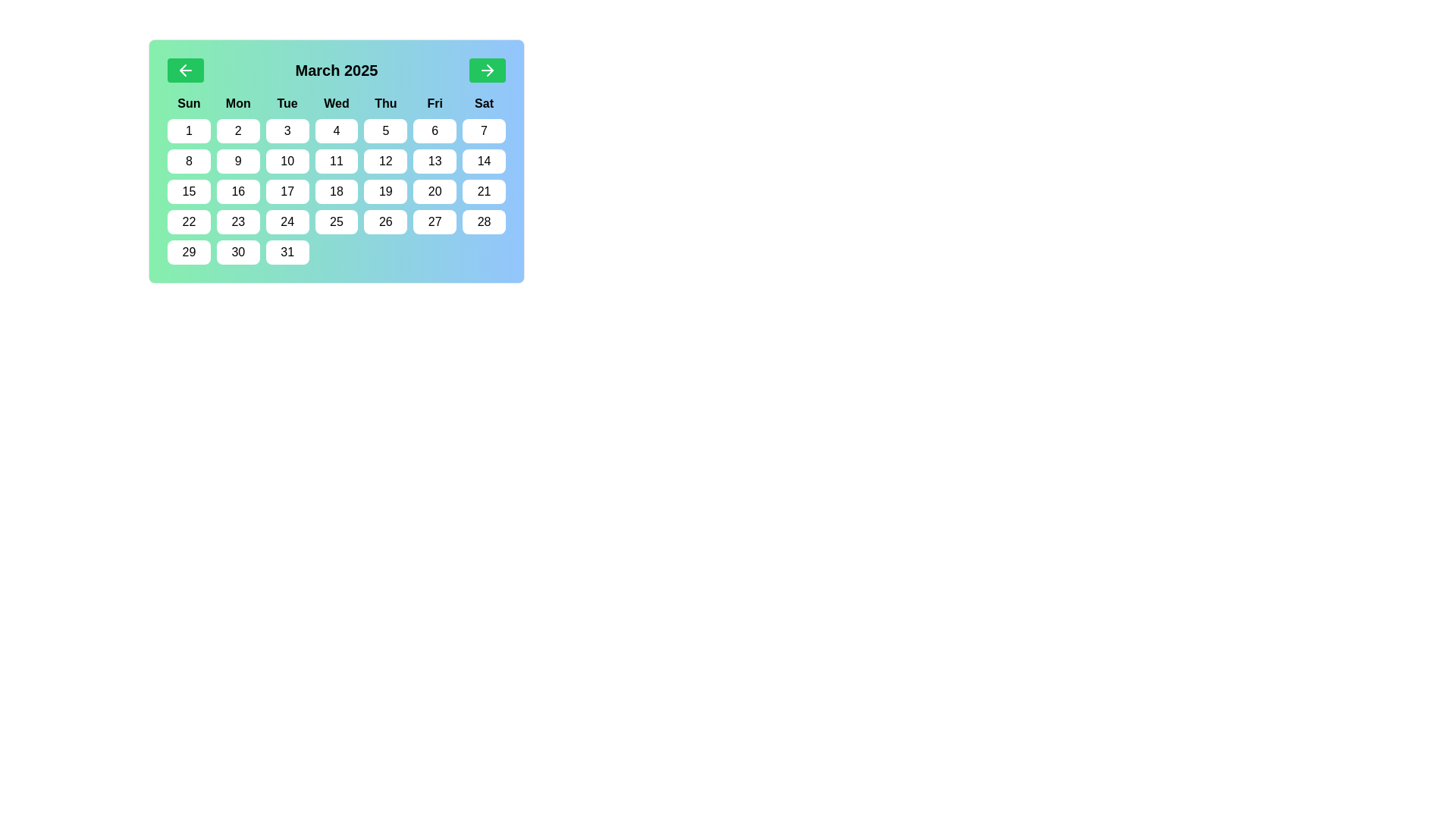 This screenshot has width=1456, height=819. Describe the element at coordinates (237, 222) in the screenshot. I see `the rounded rectangular button displaying the number '23' in a bold, black font, located in the fourth row and second column of the calendar grid` at that location.